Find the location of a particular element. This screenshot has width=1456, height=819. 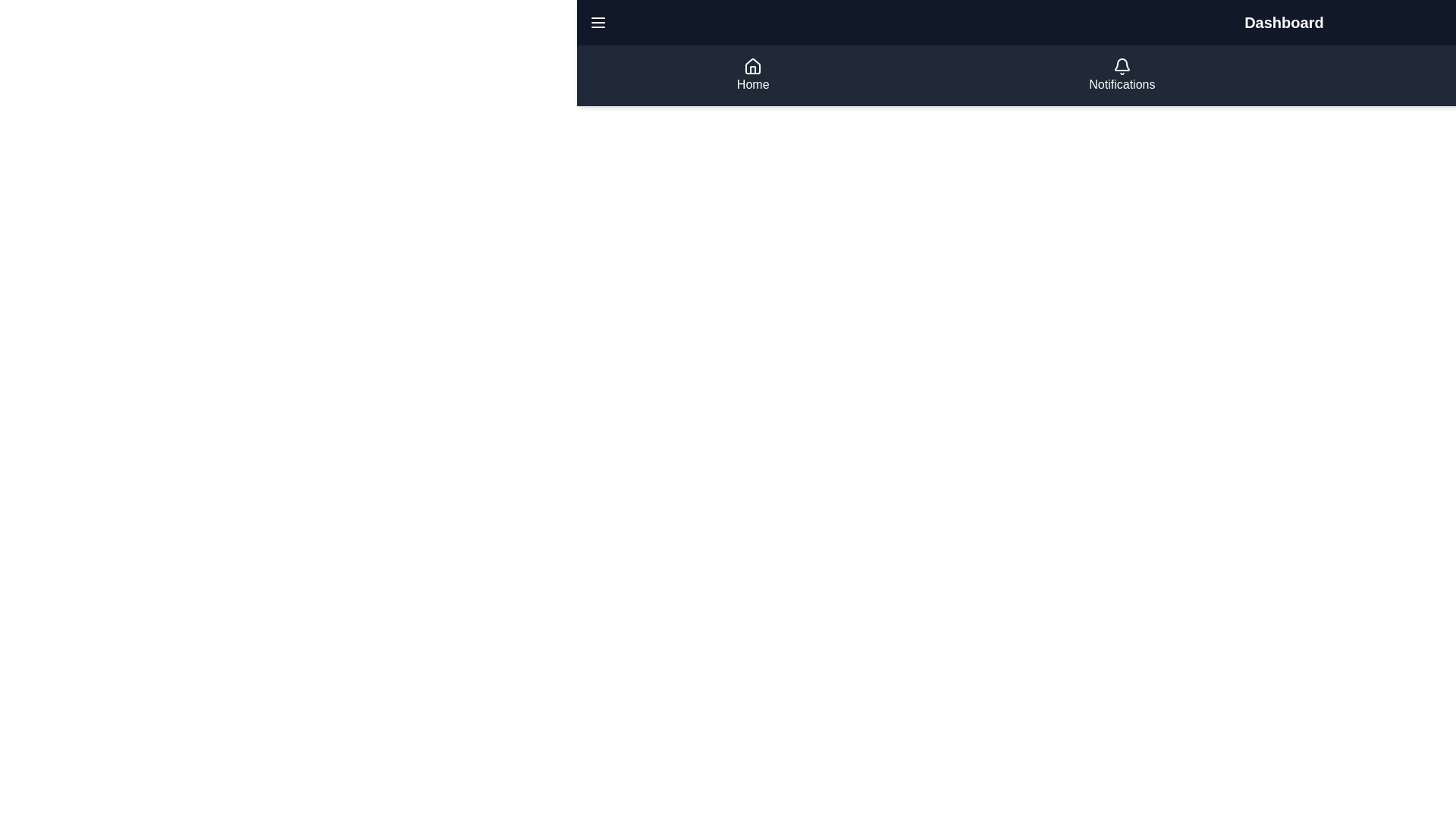

the 'Home' button in the navigation bar is located at coordinates (753, 76).